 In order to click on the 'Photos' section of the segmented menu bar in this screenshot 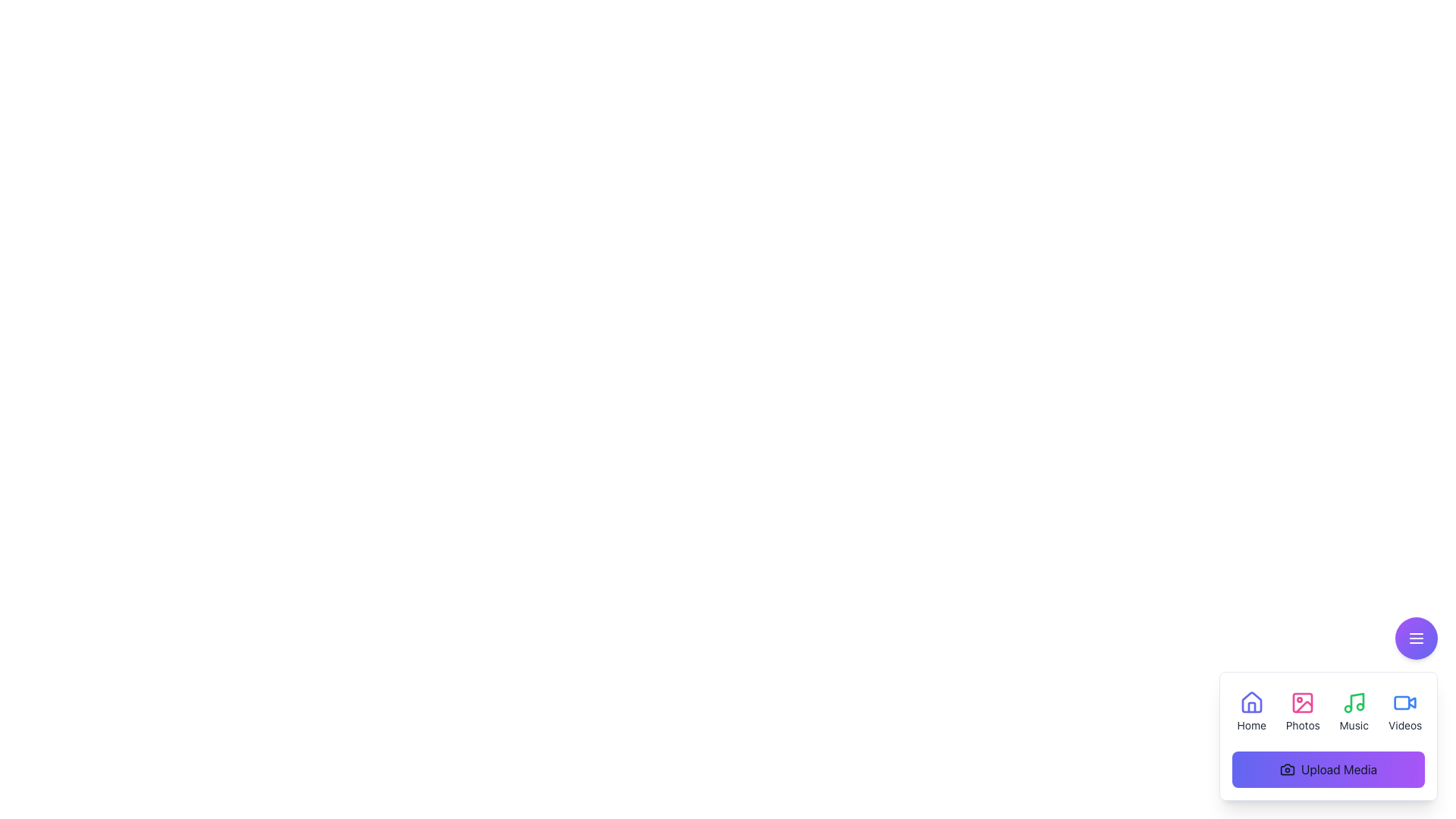, I will do `click(1328, 711)`.